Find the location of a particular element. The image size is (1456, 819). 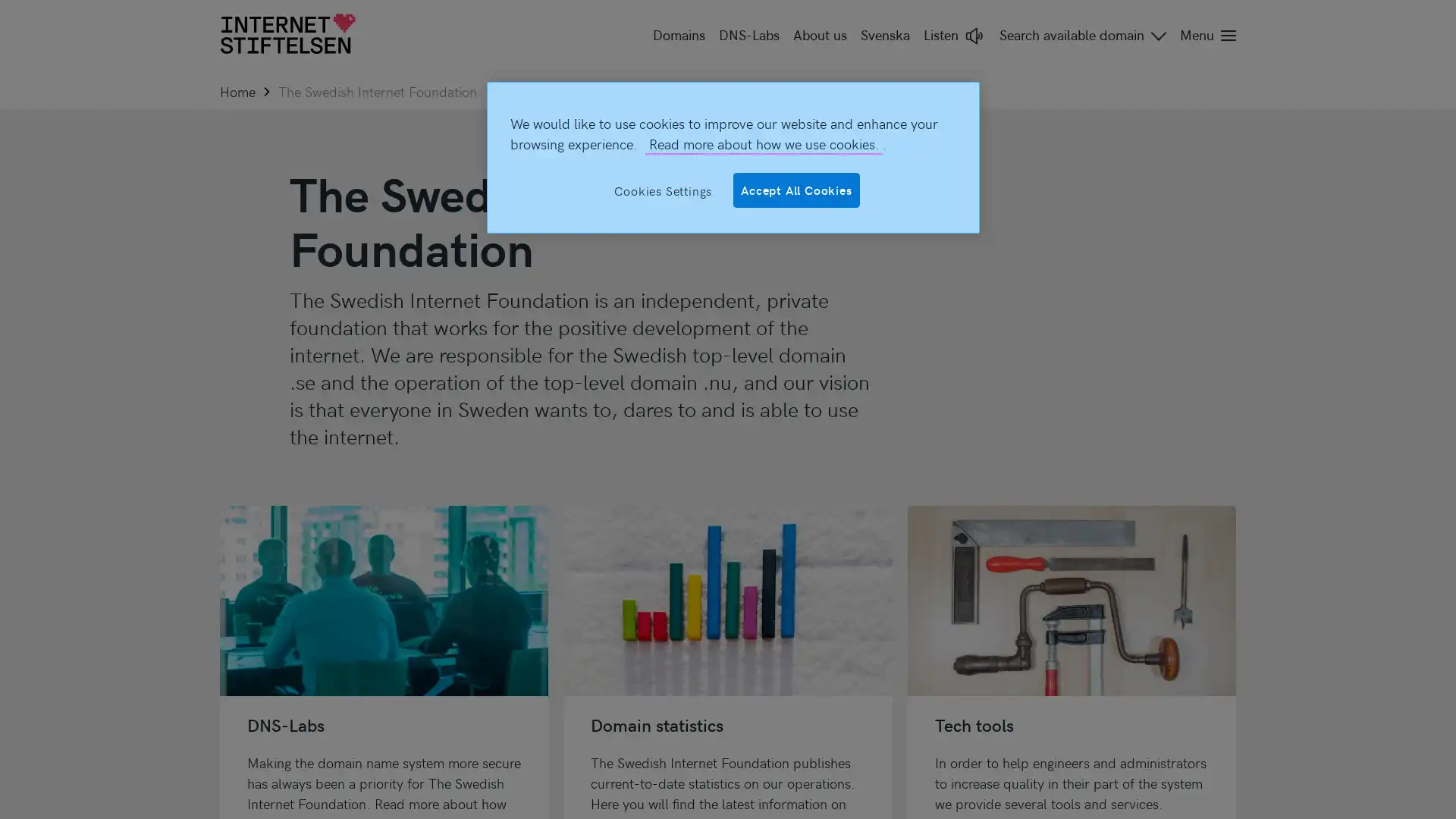

Accept All Cookies is located at coordinates (795, 189).